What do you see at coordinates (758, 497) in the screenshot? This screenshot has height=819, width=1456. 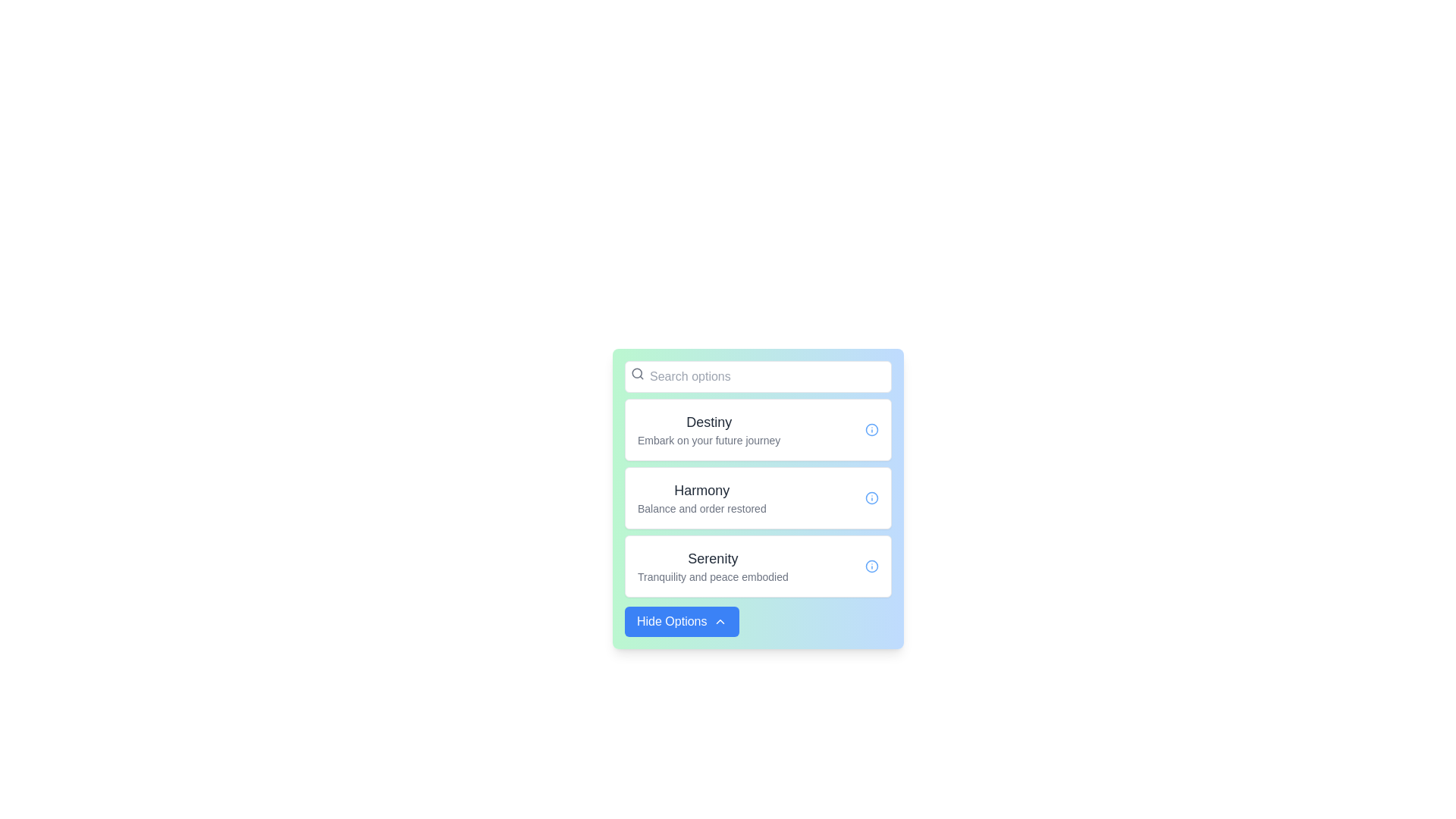 I see `the 'Harmony' selectable dropdown option, which is the second item in a vertical list of three options, located below 'Destiny' and above 'Serenity'` at bounding box center [758, 497].